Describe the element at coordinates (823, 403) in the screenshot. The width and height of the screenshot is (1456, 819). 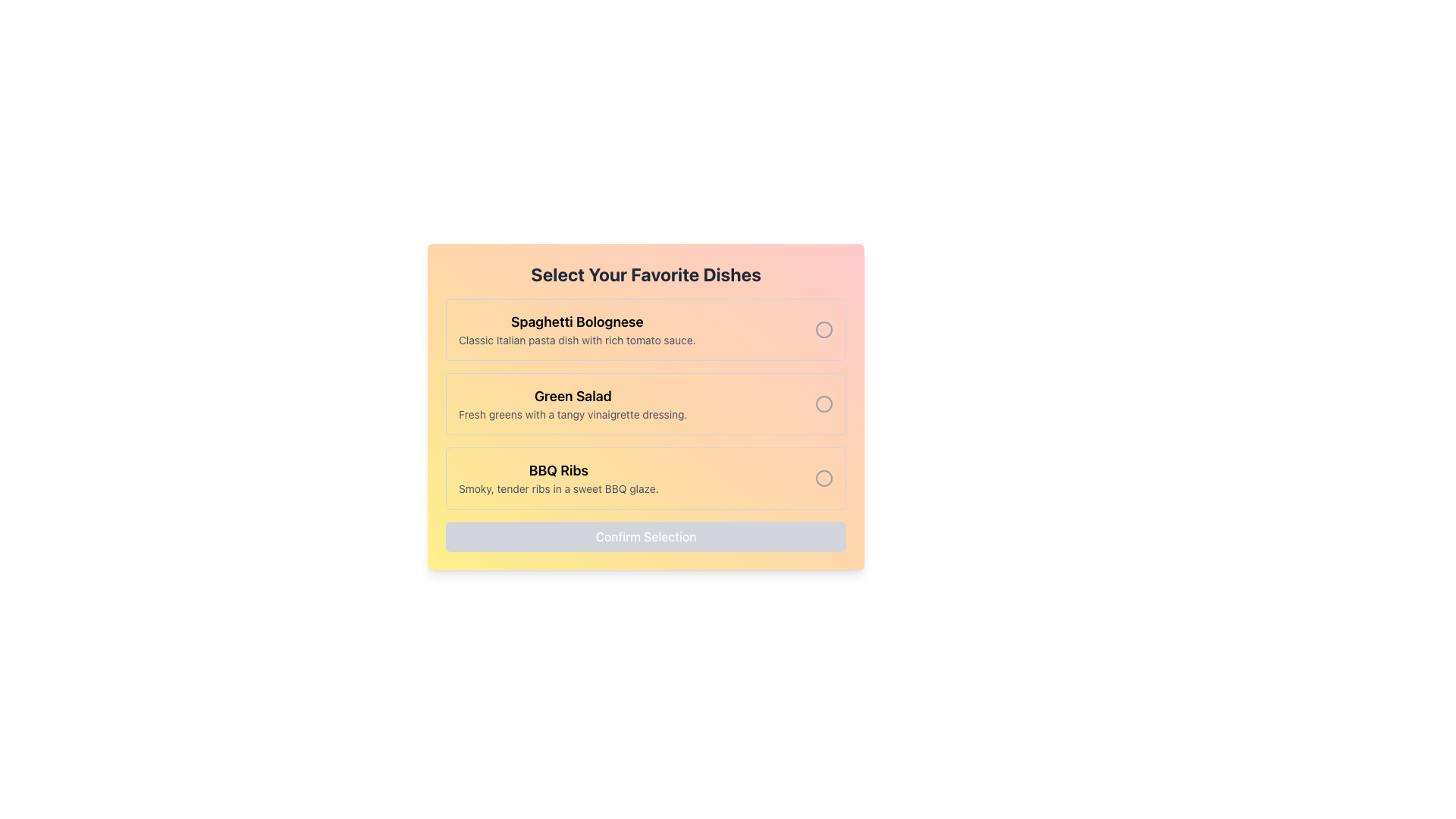
I see `the graphical indicator within the radio button that represents the selected state for the 'Green Salad' option, located on the right side of the option in the second row of the list` at that location.